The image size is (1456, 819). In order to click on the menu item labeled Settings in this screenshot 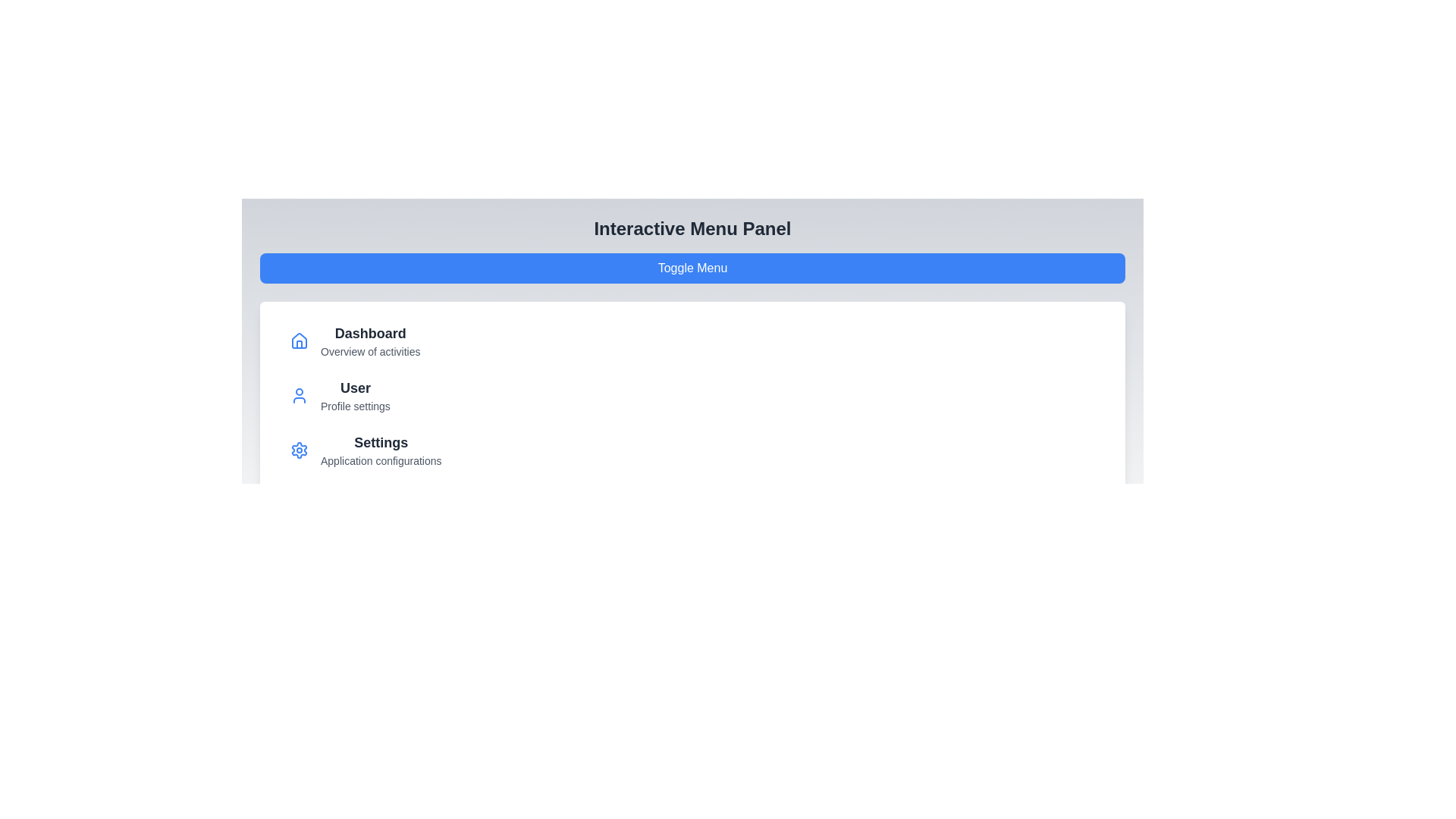, I will do `click(381, 442)`.